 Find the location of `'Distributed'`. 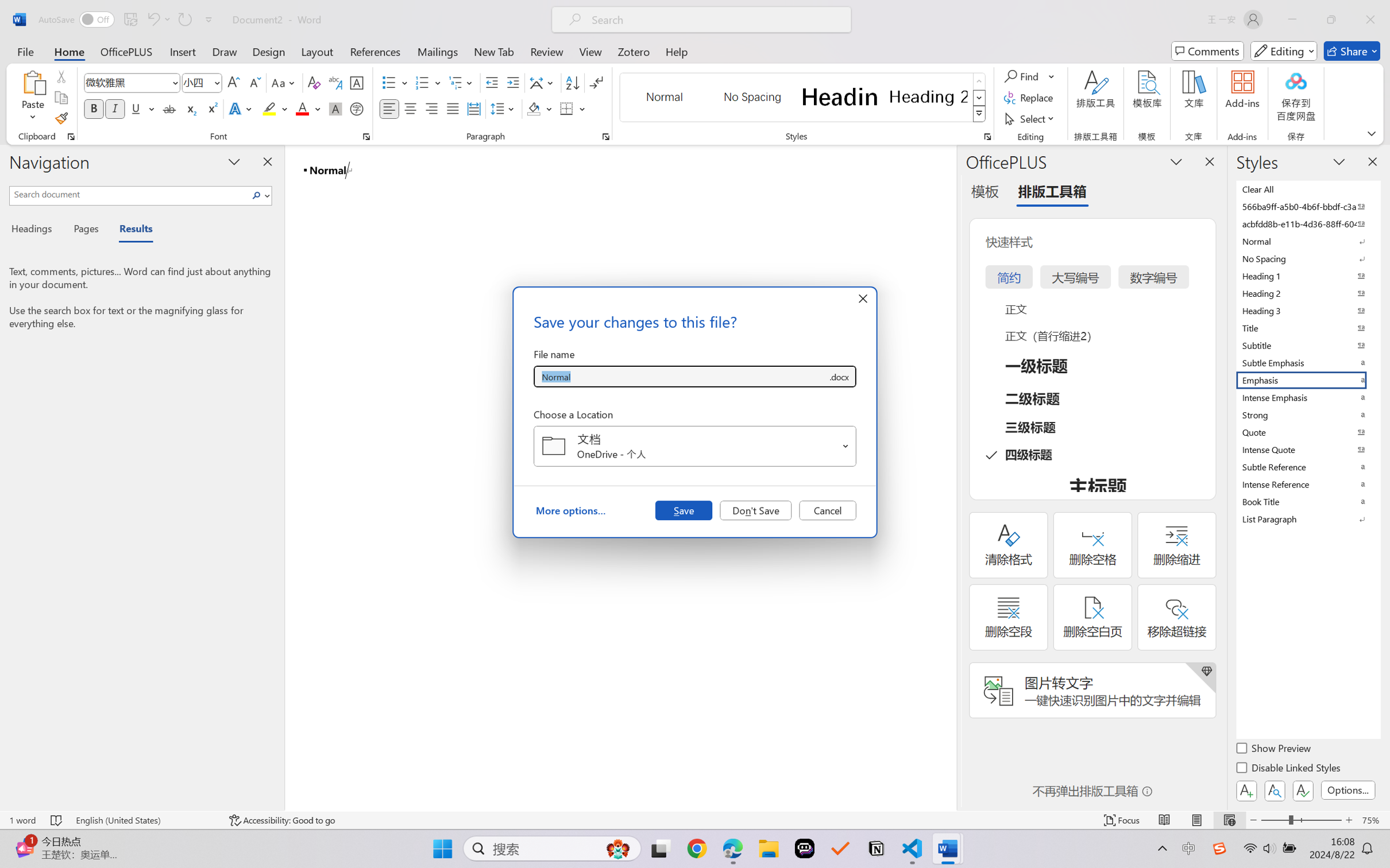

'Distributed' is located at coordinates (473, 108).